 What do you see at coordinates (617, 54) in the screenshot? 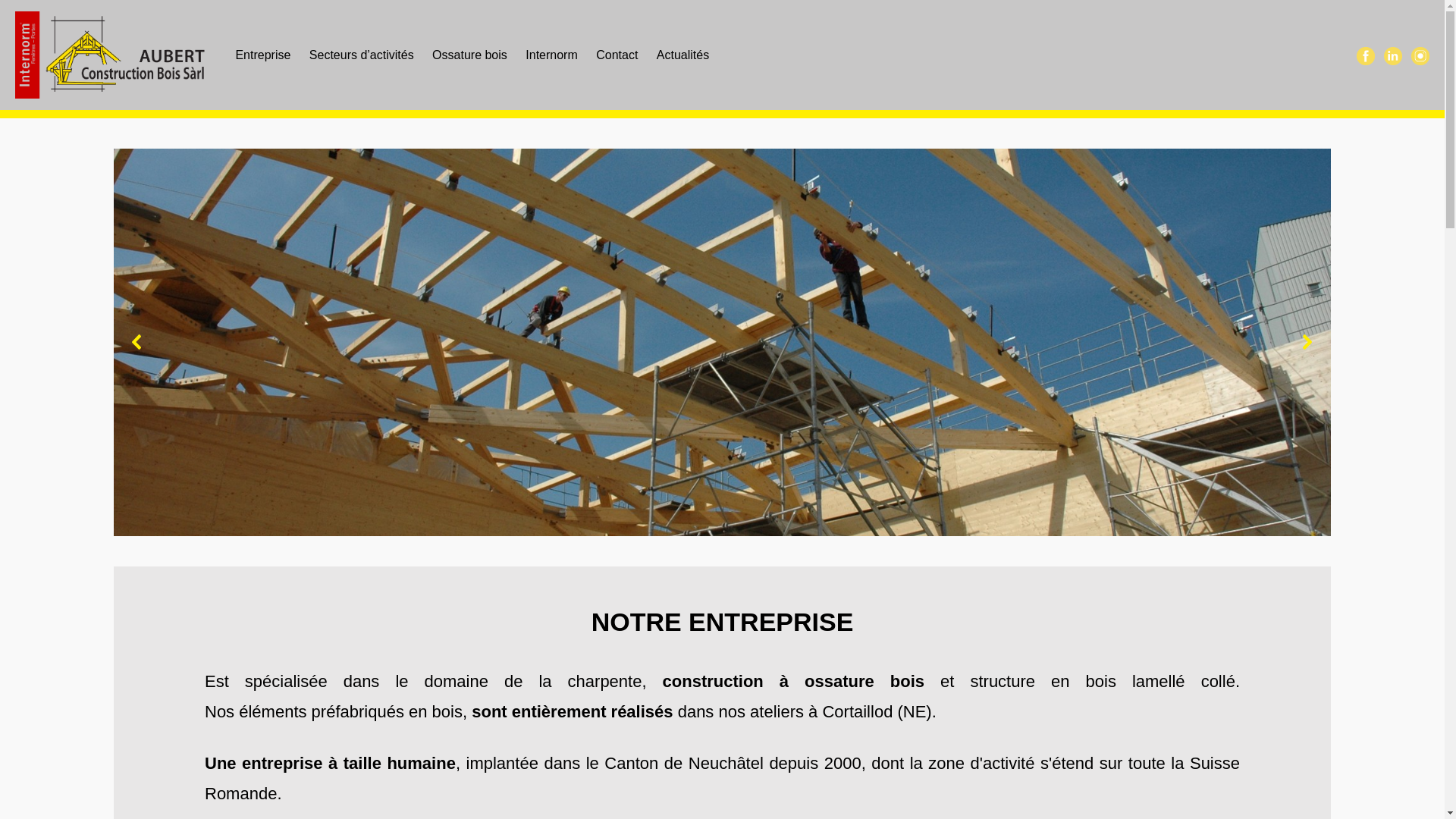
I see `'Contact'` at bounding box center [617, 54].